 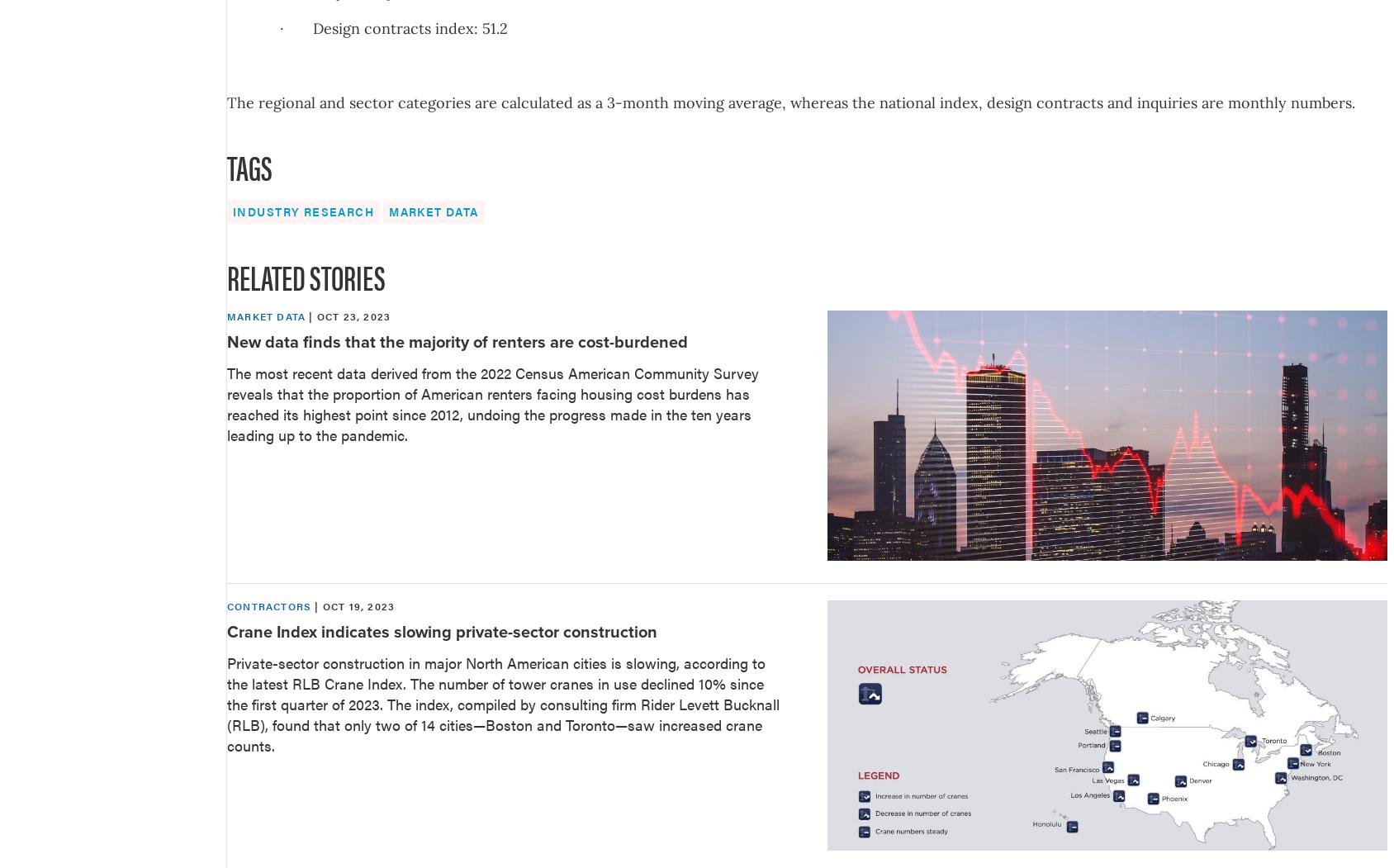 What do you see at coordinates (790, 101) in the screenshot?
I see `'The regional and sector categories are calculated as a 3-month moving average, whereas the national index, design contracts and inquiries are monthly numbers.'` at bounding box center [790, 101].